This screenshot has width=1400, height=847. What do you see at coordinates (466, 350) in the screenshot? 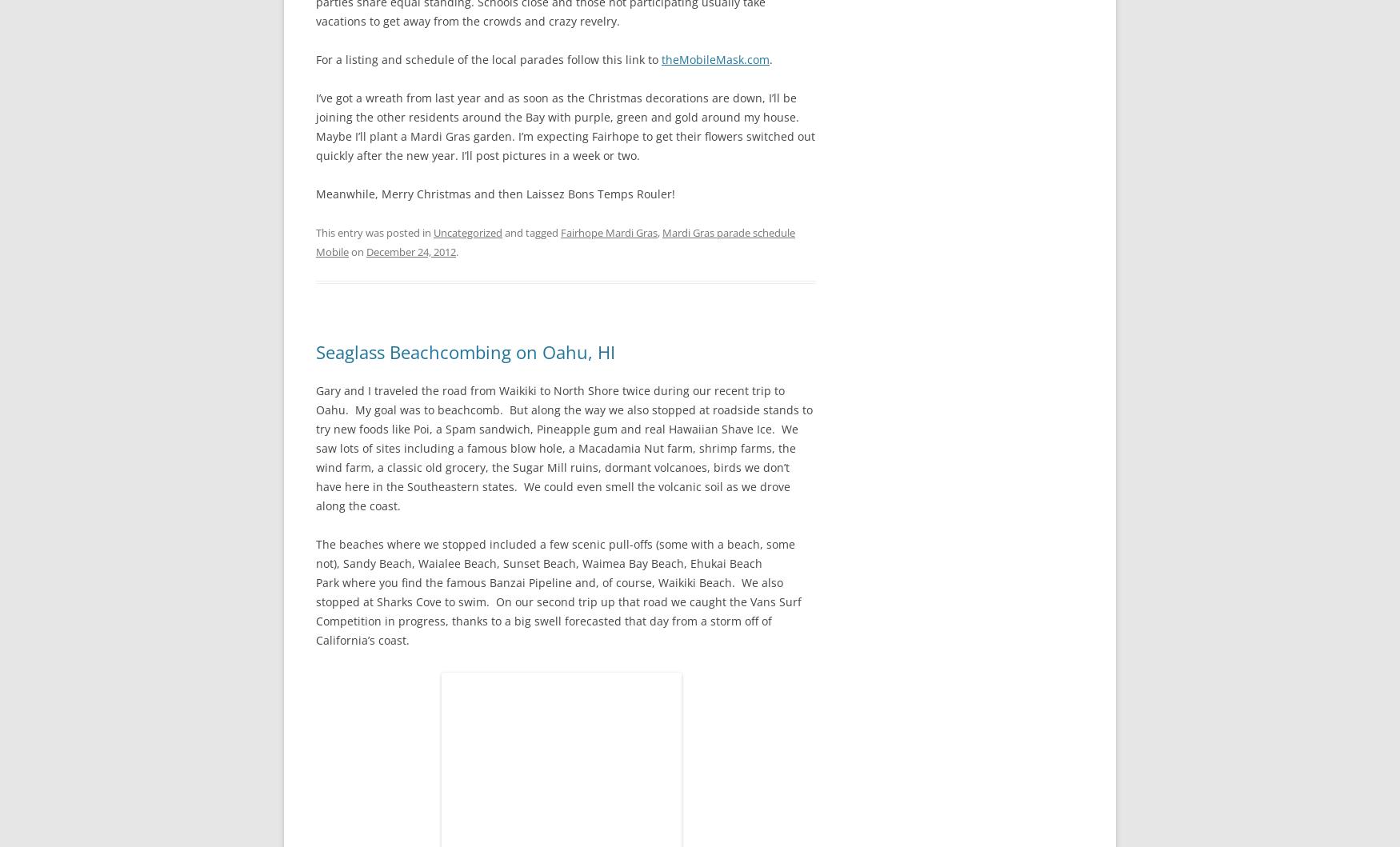
I see `'Seaglass Beachcombing on Oahu, HI'` at bounding box center [466, 350].